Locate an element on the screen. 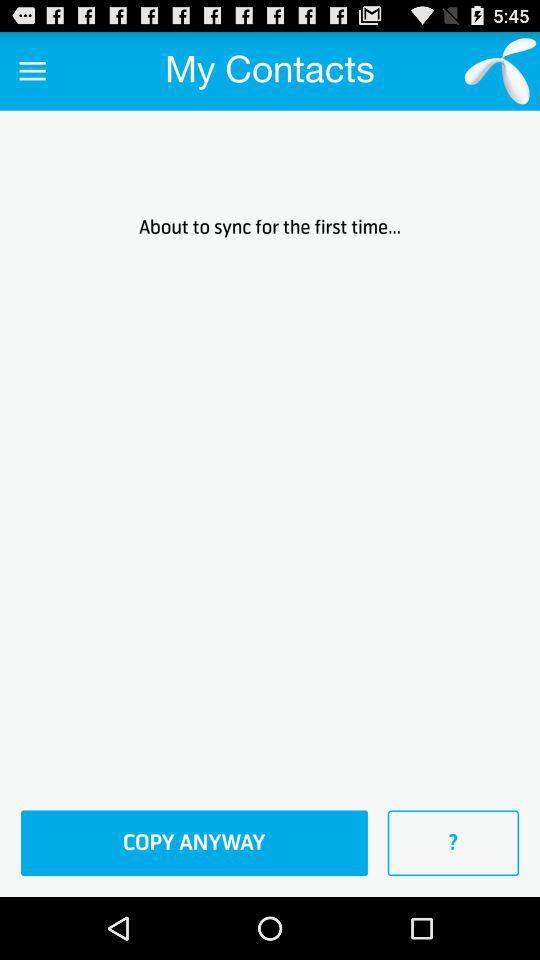 This screenshot has height=960, width=540. the icon next to  ?  icon is located at coordinates (194, 842).